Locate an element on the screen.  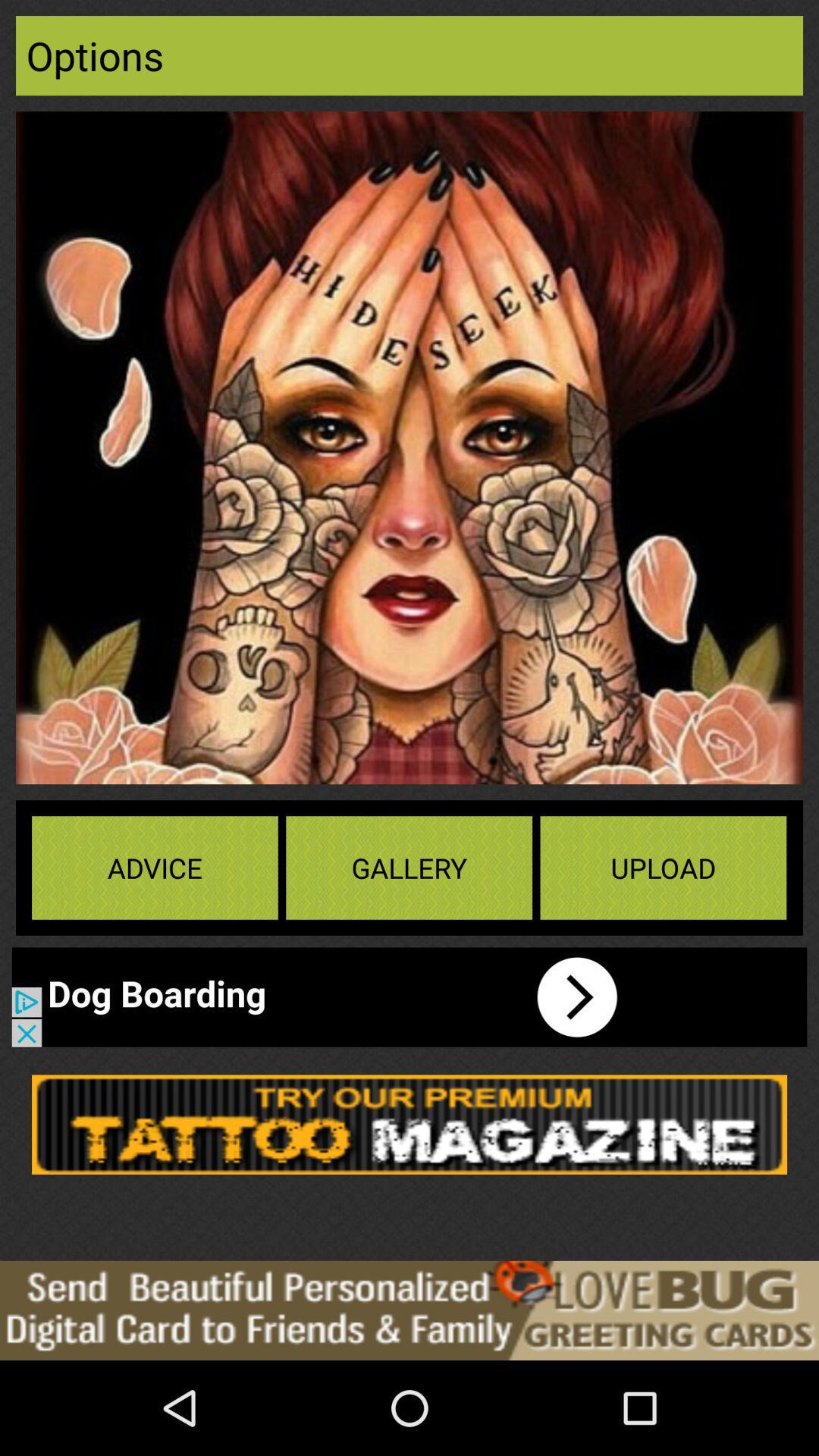
open advertisement is located at coordinates (329, 997).